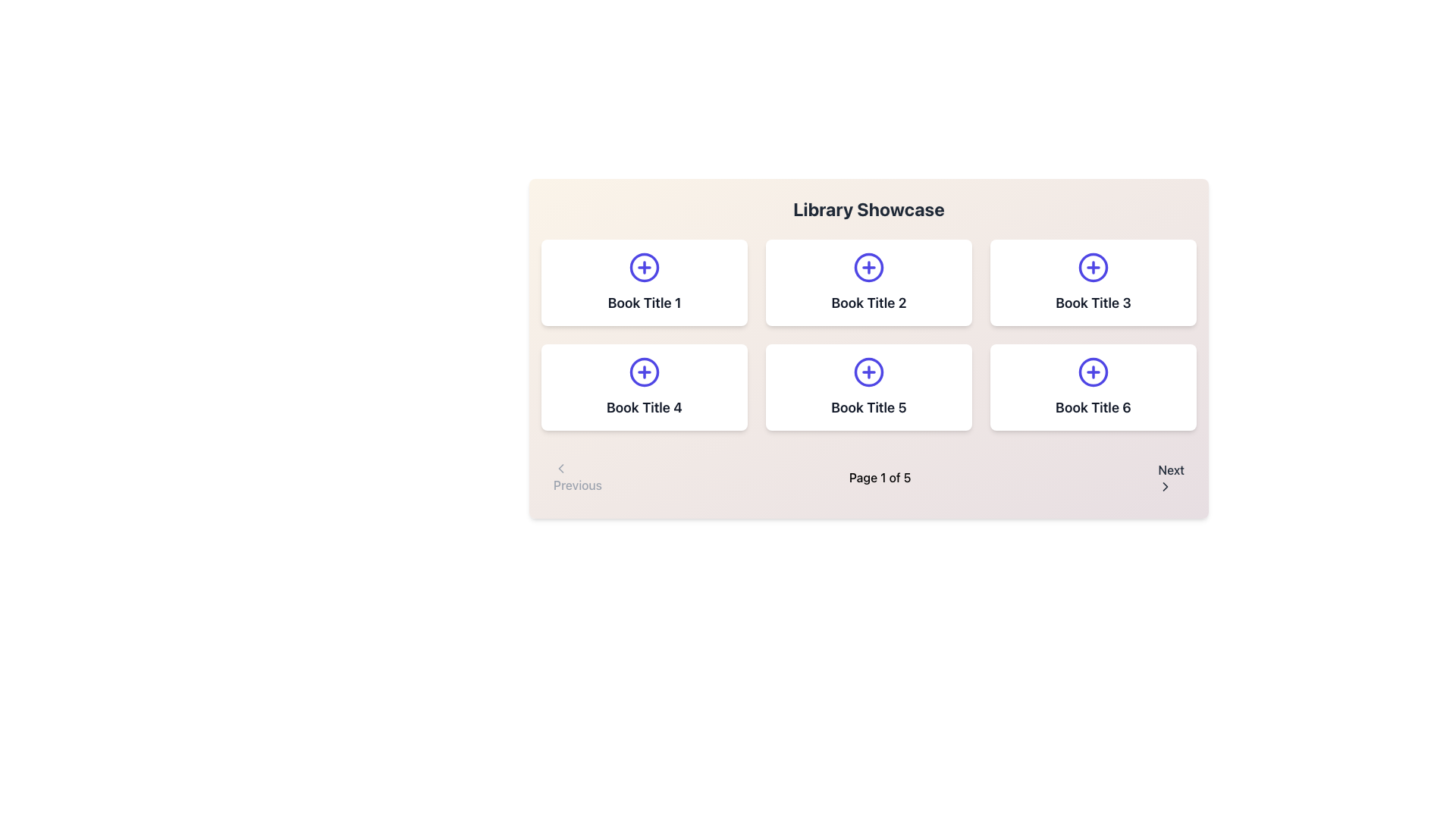 This screenshot has height=819, width=1456. I want to click on text content displayed in the pagination control bar, which shows the current page number and total pages, located centrally below the grid of book titles, so click(869, 476).